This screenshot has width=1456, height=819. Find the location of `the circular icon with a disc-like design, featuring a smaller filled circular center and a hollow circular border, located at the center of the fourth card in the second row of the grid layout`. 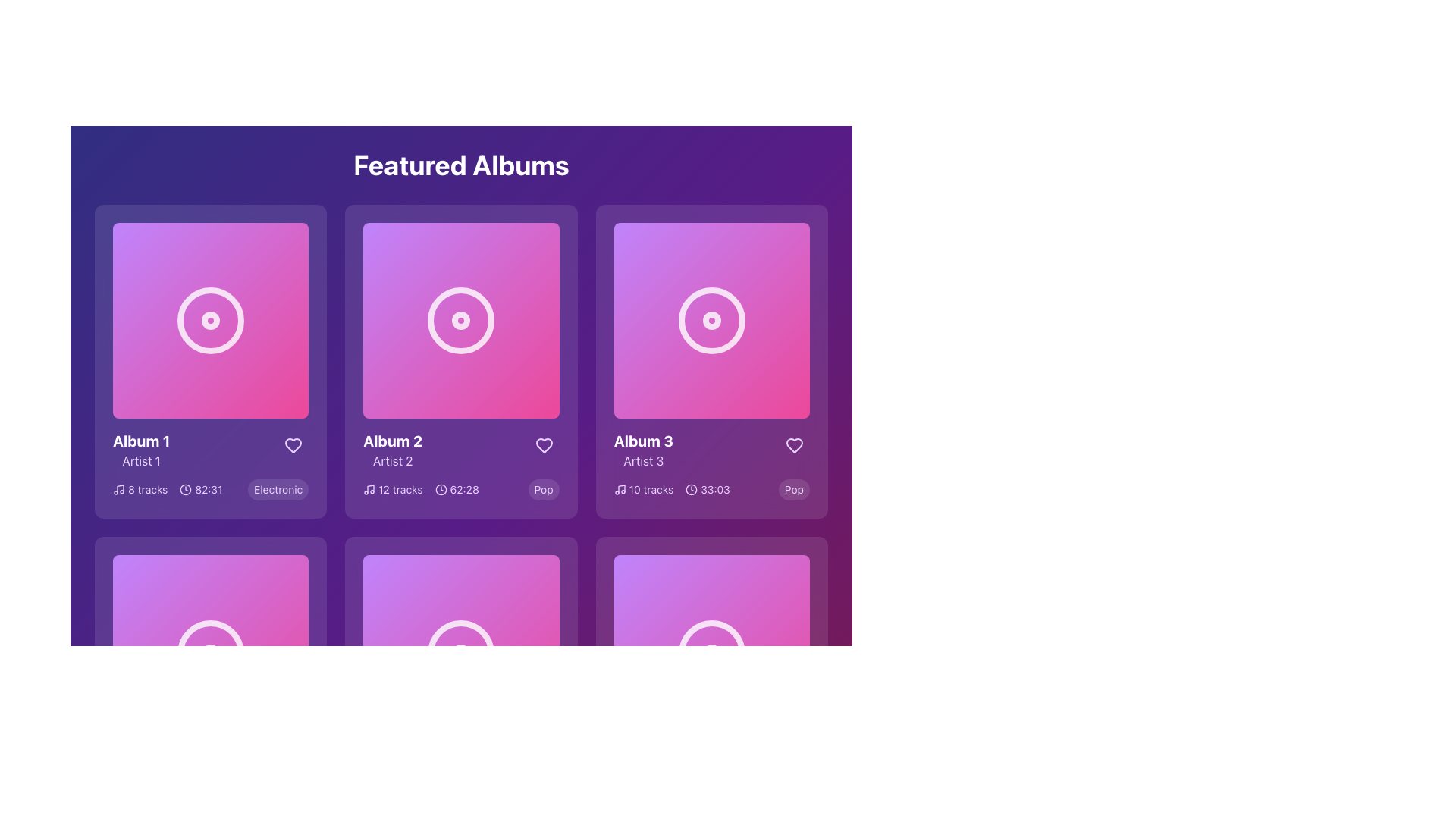

the circular icon with a disc-like design, featuring a smaller filled circular center and a hollow circular border, located at the center of the fourth card in the second row of the grid layout is located at coordinates (210, 652).